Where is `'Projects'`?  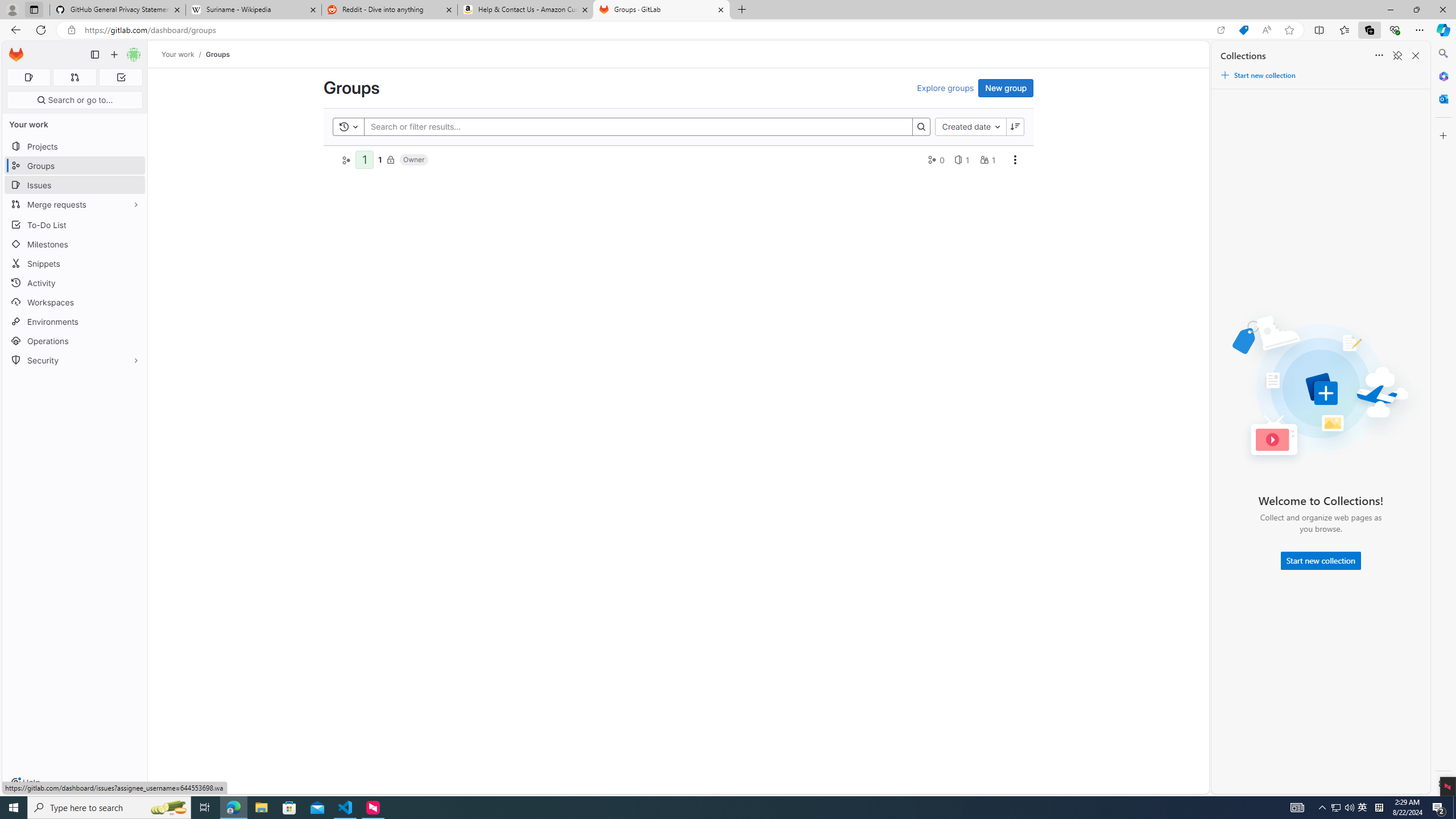
'Projects' is located at coordinates (74, 146).